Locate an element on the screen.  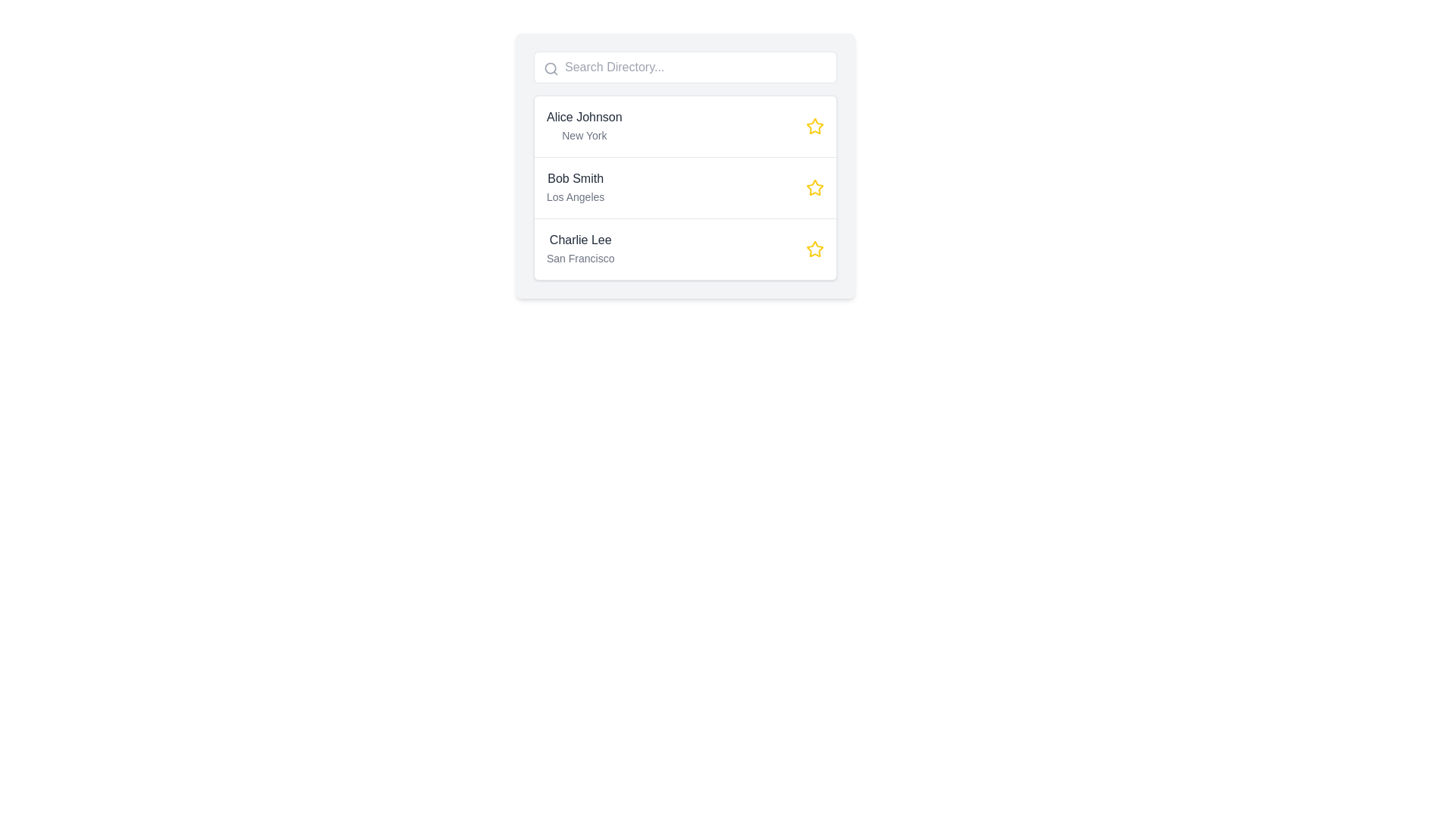
the text display containing 'Bob Smith' and 'Los Angeles' is located at coordinates (575, 187).